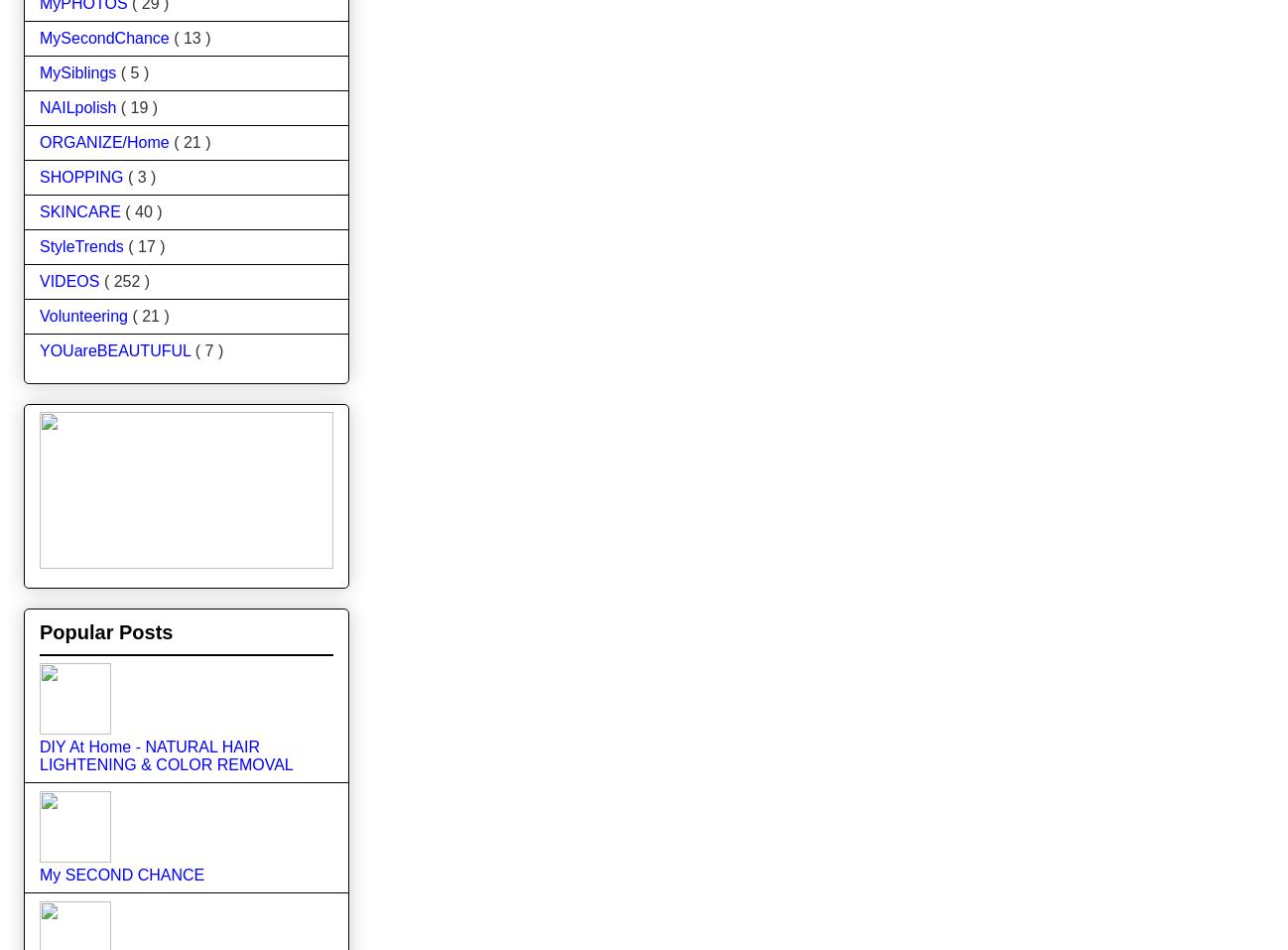 The image size is (1288, 950). I want to click on '(
                      252
                      )', so click(102, 279).